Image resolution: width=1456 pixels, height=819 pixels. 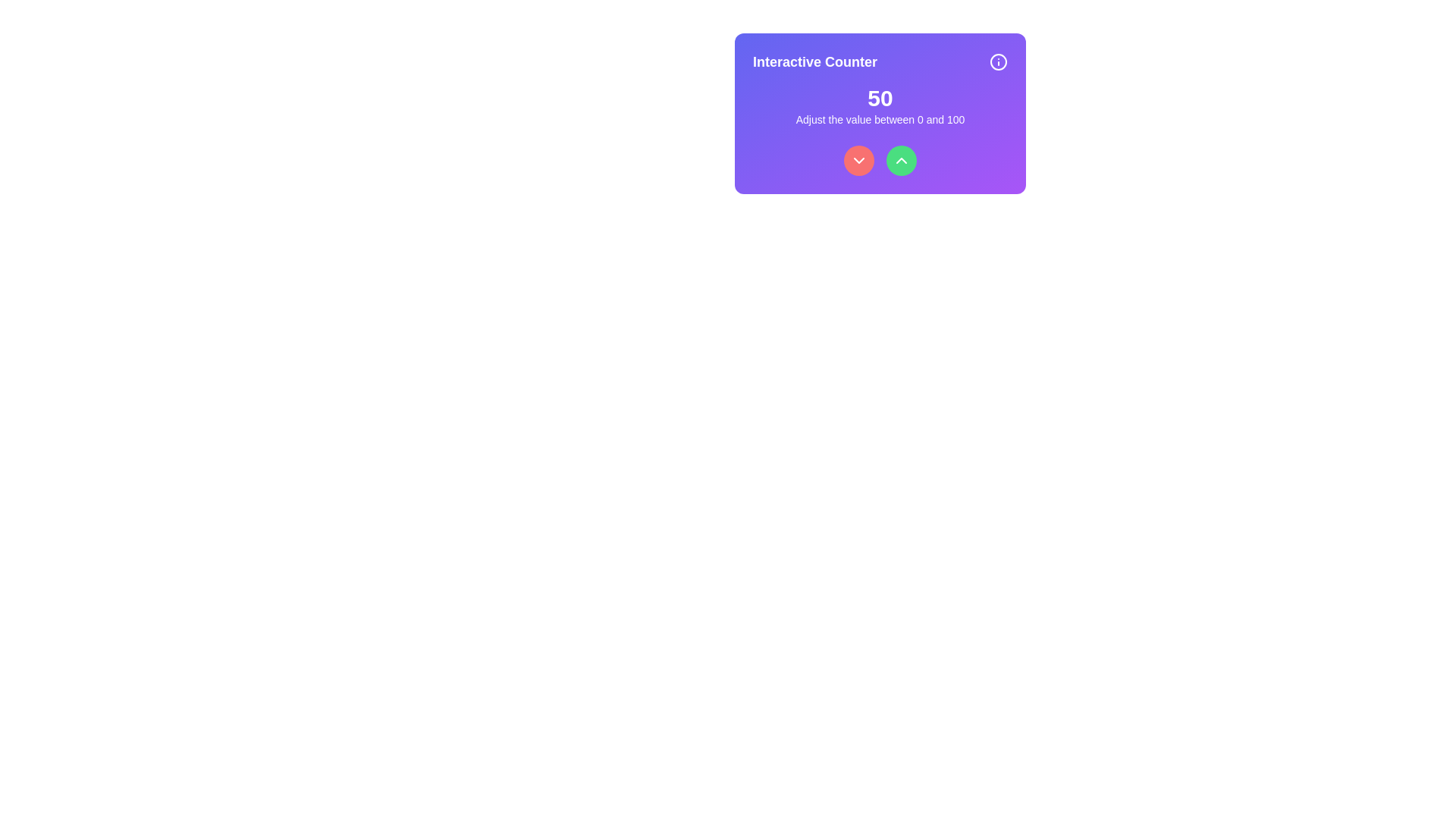 What do you see at coordinates (902, 161) in the screenshot?
I see `the second circular green button with an upward chevron arrow to observe the hover effect` at bounding box center [902, 161].